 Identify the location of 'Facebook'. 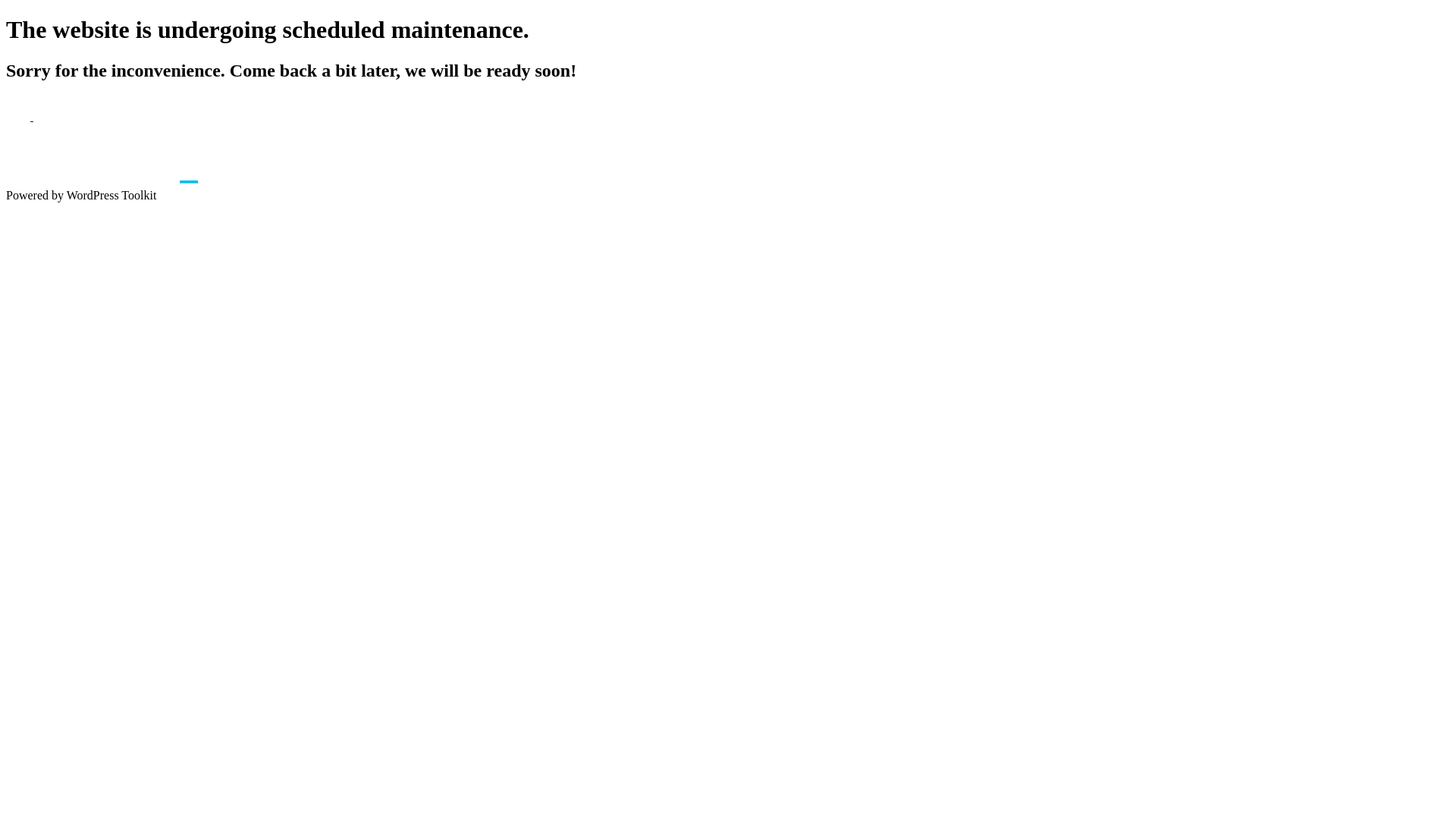
(19, 115).